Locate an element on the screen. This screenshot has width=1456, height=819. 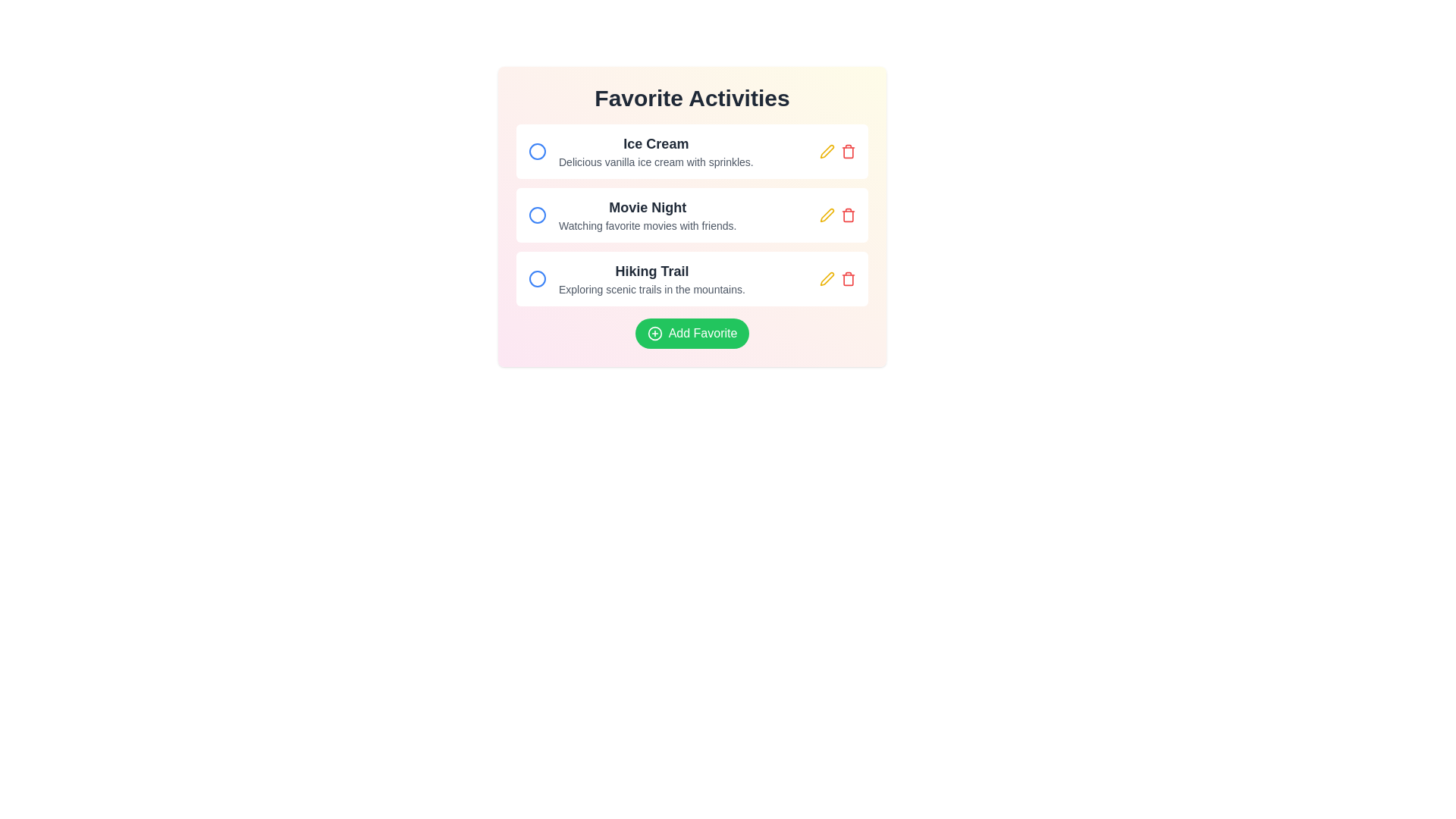
the 'Add to Favorites' button located at the bottom of the 'Favorite Activities' list is located at coordinates (691, 332).